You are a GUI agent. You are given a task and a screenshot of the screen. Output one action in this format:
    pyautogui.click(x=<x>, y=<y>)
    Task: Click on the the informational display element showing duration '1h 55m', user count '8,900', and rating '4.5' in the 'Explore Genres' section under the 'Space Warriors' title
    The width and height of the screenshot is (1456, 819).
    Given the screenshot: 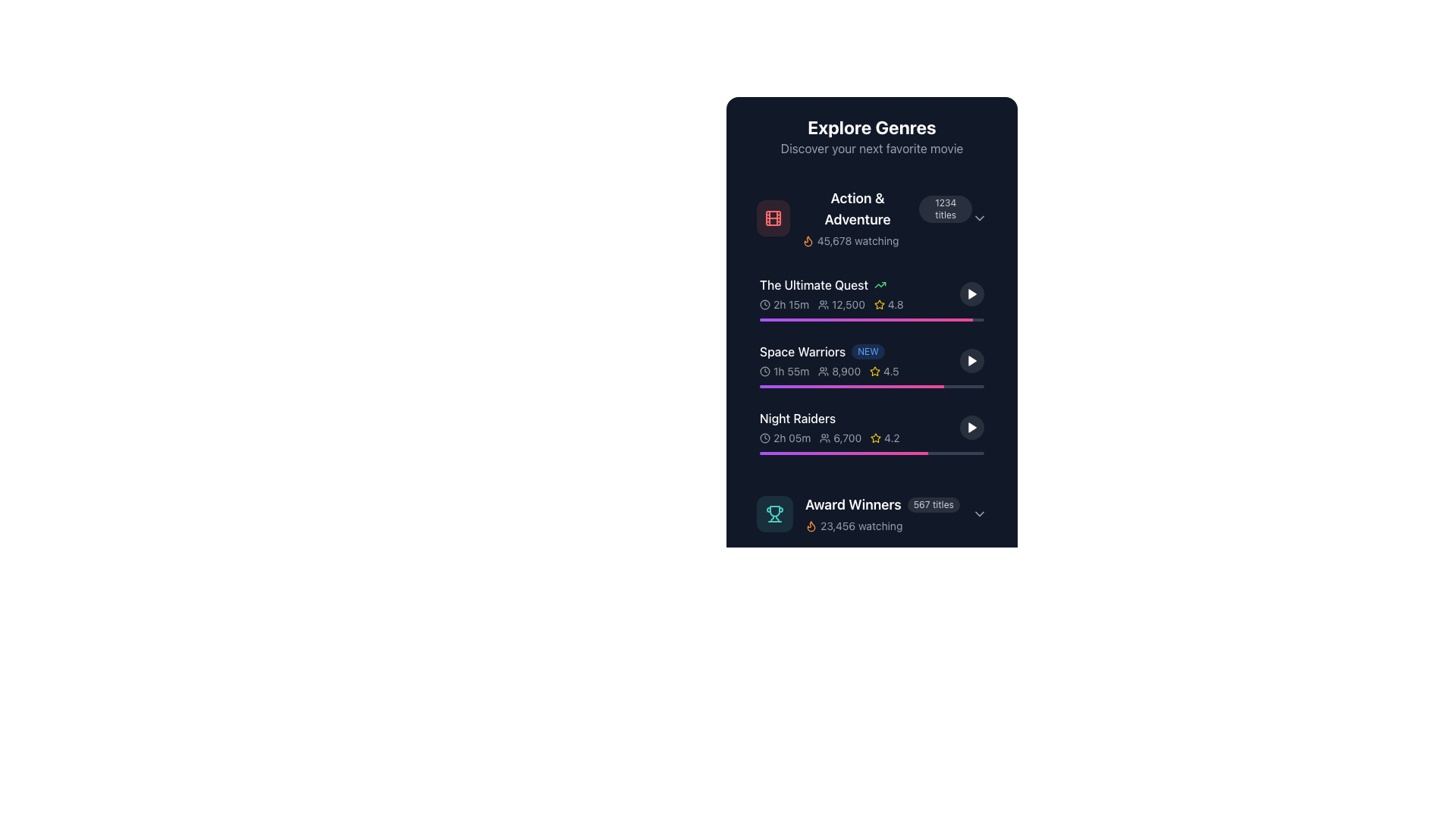 What is the action you would take?
    pyautogui.click(x=859, y=371)
    